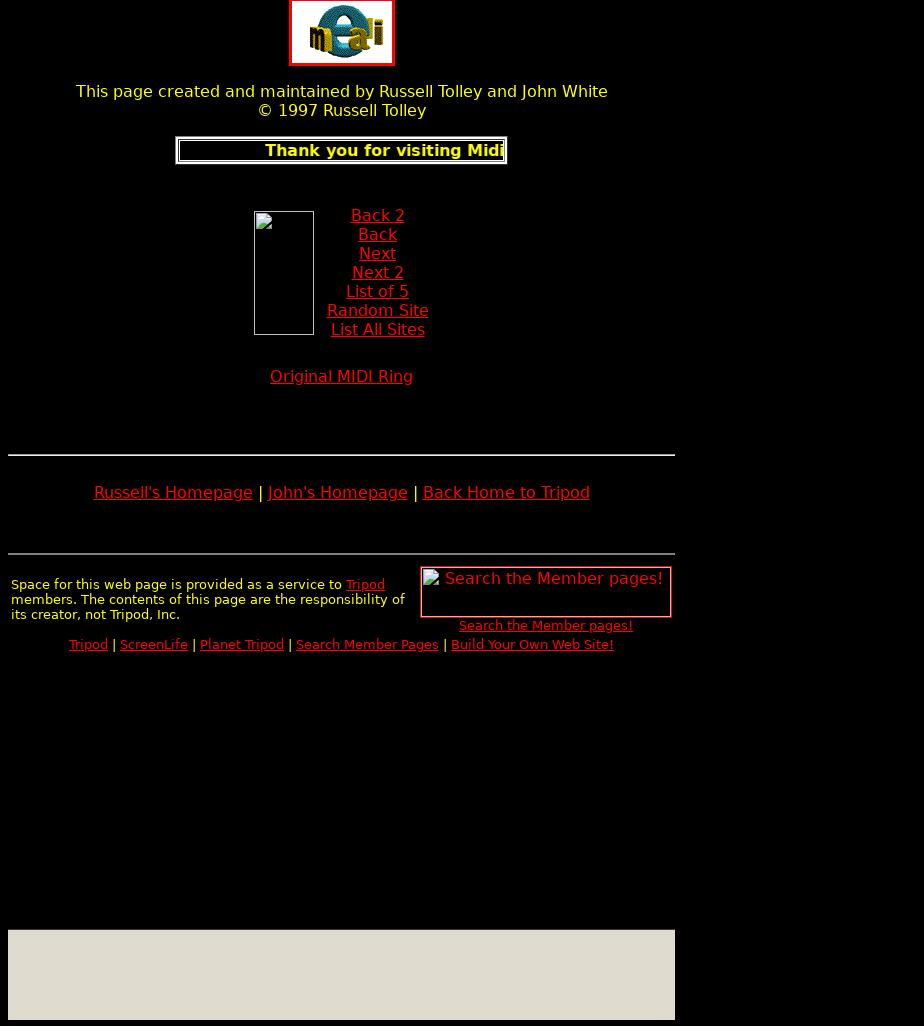 The image size is (924, 1026). Describe the element at coordinates (377, 234) in the screenshot. I see `'Back'` at that location.